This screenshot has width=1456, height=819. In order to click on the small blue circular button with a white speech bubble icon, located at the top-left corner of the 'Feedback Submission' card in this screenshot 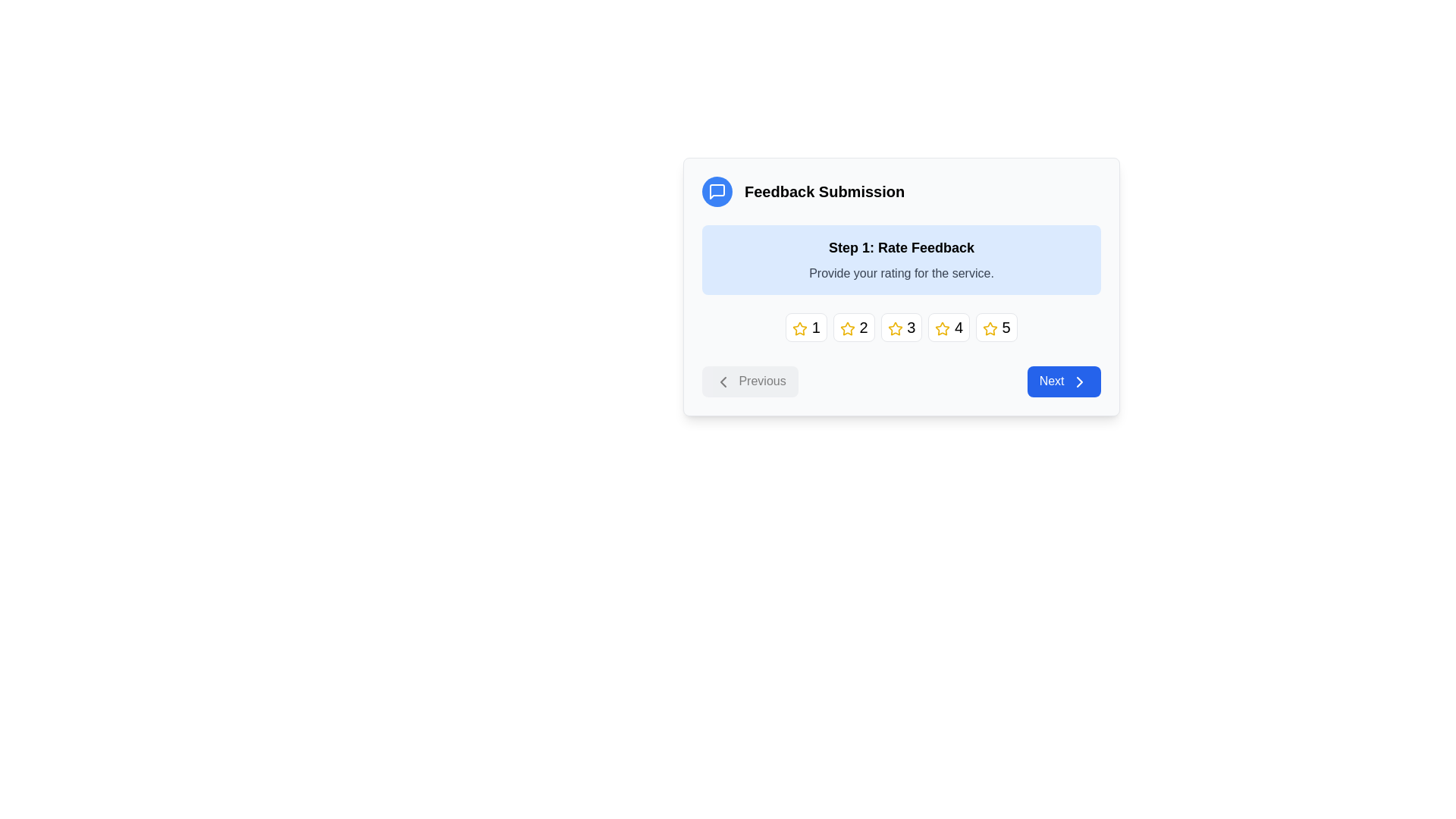, I will do `click(716, 191)`.